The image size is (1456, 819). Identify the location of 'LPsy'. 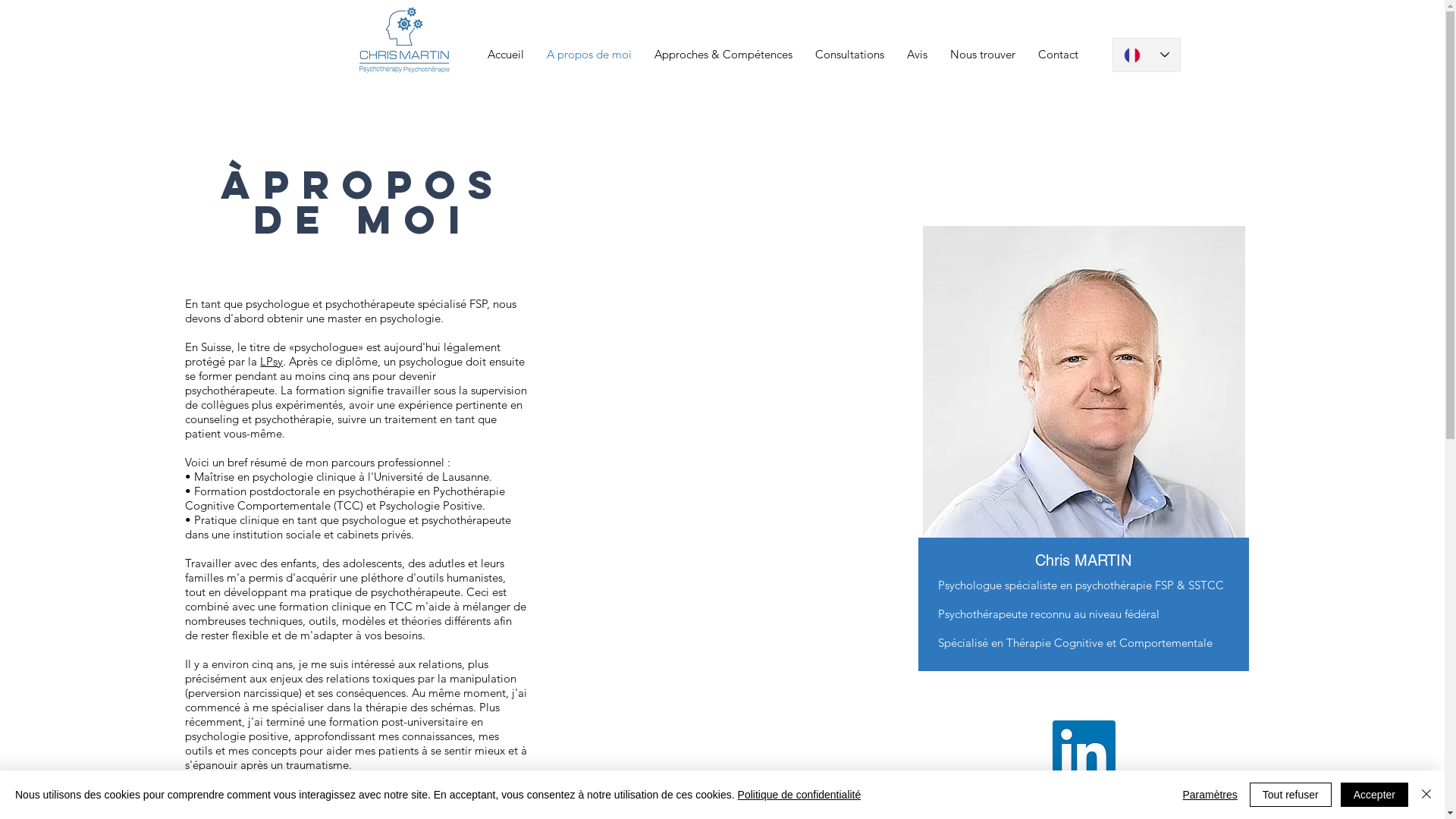
(259, 361).